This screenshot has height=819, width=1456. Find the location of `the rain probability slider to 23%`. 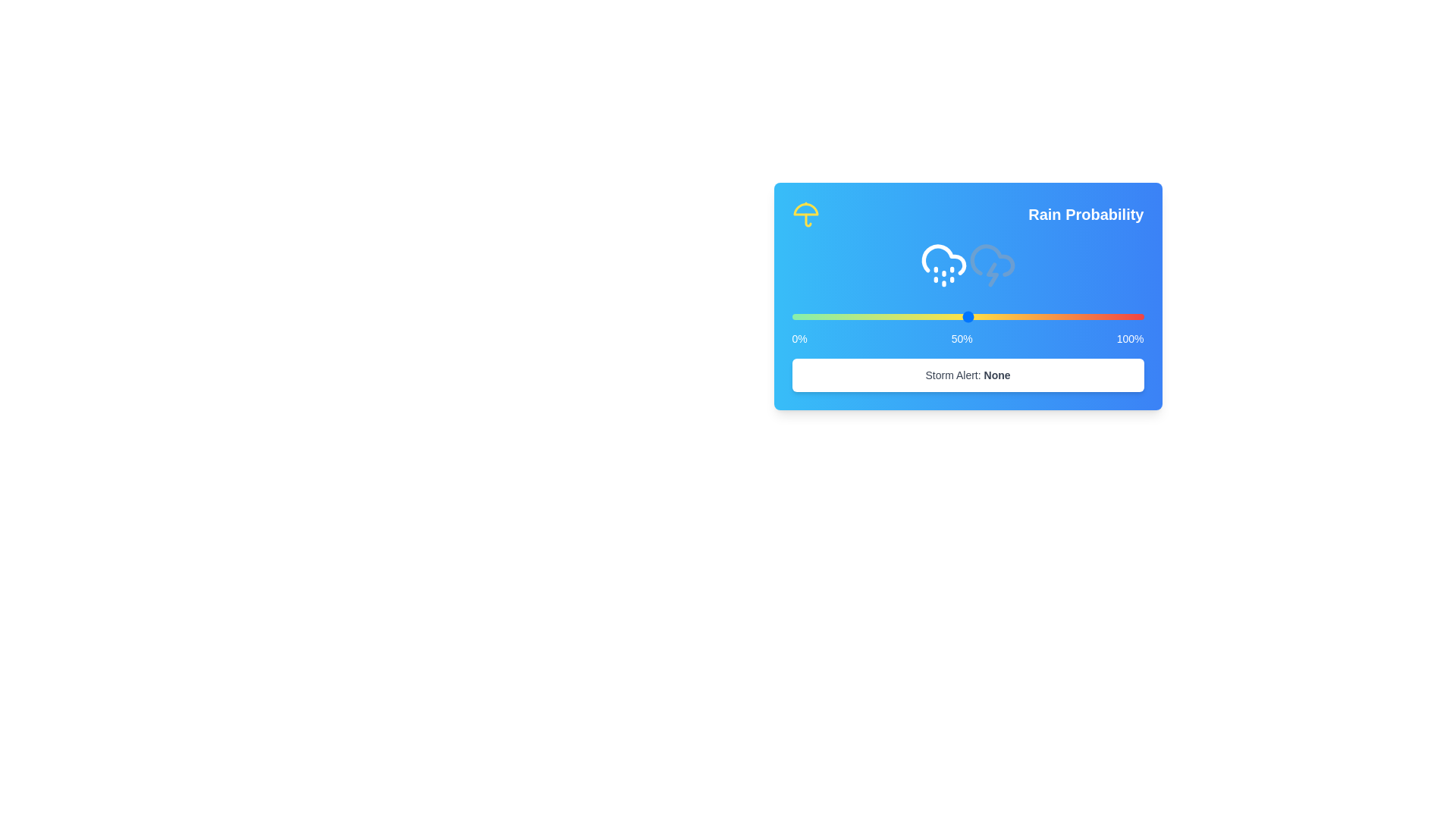

the rain probability slider to 23% is located at coordinates (873, 315).